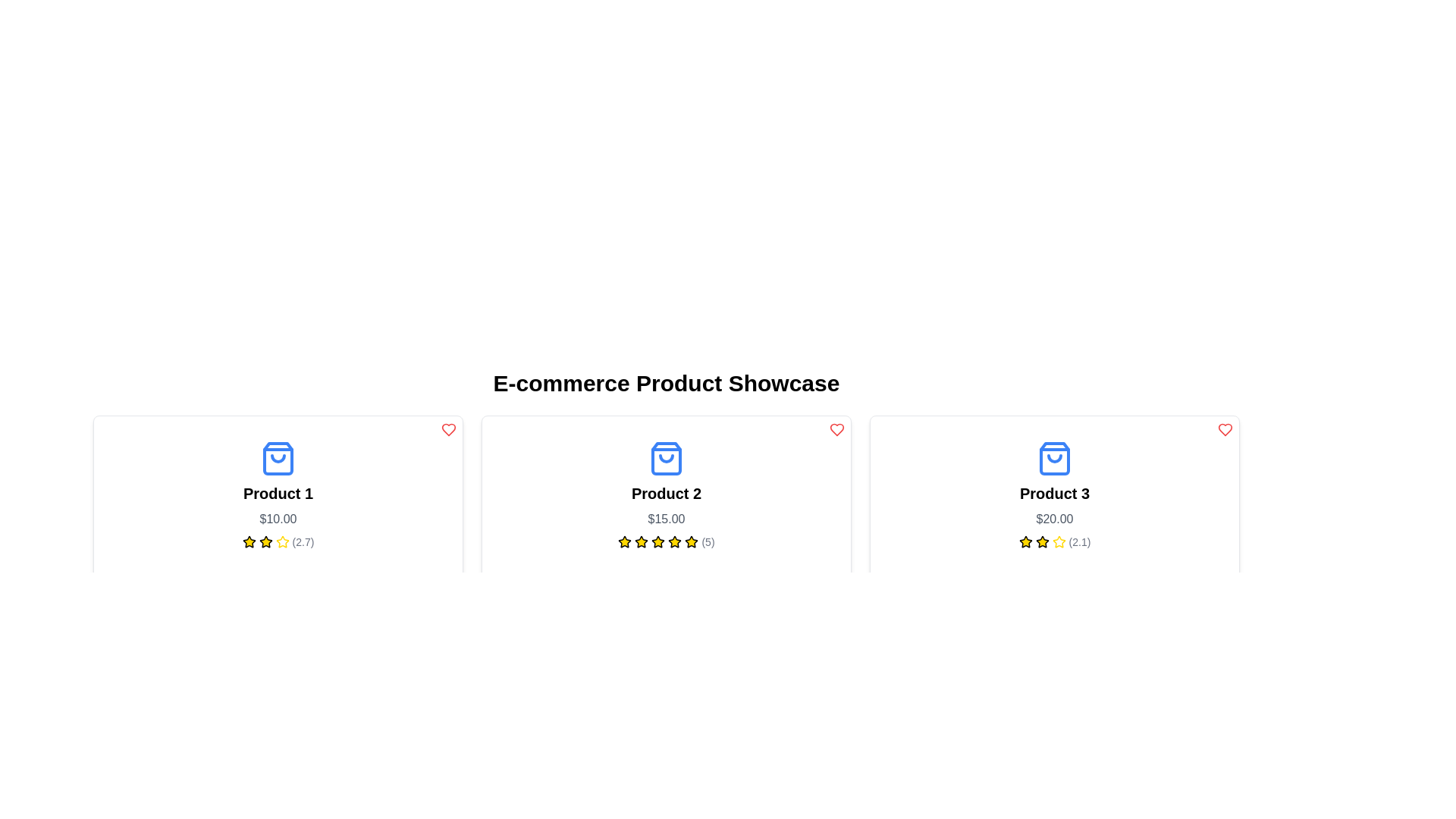 The height and width of the screenshot is (819, 1456). What do you see at coordinates (666, 494) in the screenshot?
I see `product details displayed in the Informational display group, which includes the product name 'Product 2', price '$15.00', and rating with reviews` at bounding box center [666, 494].